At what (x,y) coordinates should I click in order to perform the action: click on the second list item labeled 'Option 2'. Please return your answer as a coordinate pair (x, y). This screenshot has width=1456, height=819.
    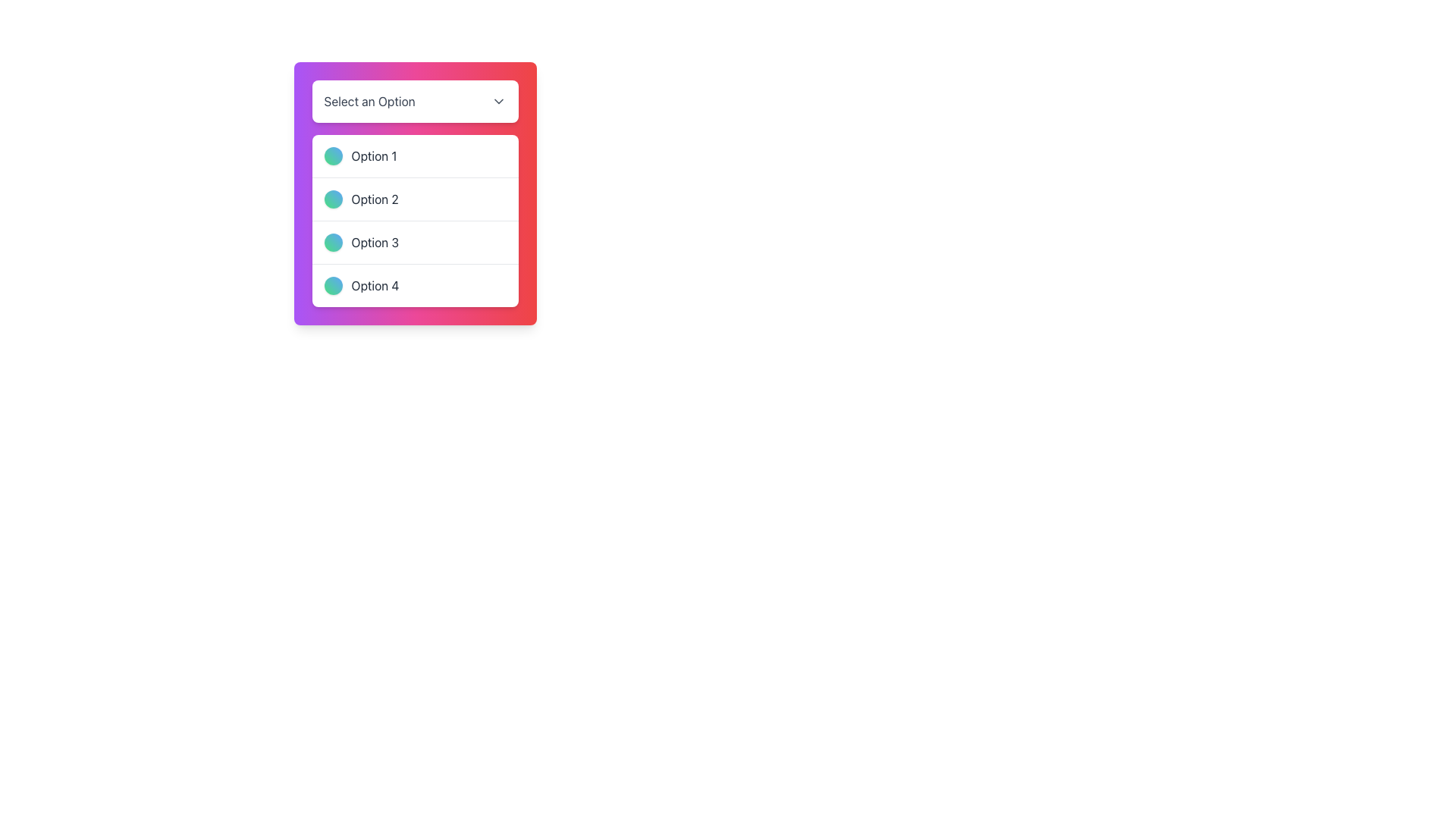
    Looking at the image, I should click on (415, 221).